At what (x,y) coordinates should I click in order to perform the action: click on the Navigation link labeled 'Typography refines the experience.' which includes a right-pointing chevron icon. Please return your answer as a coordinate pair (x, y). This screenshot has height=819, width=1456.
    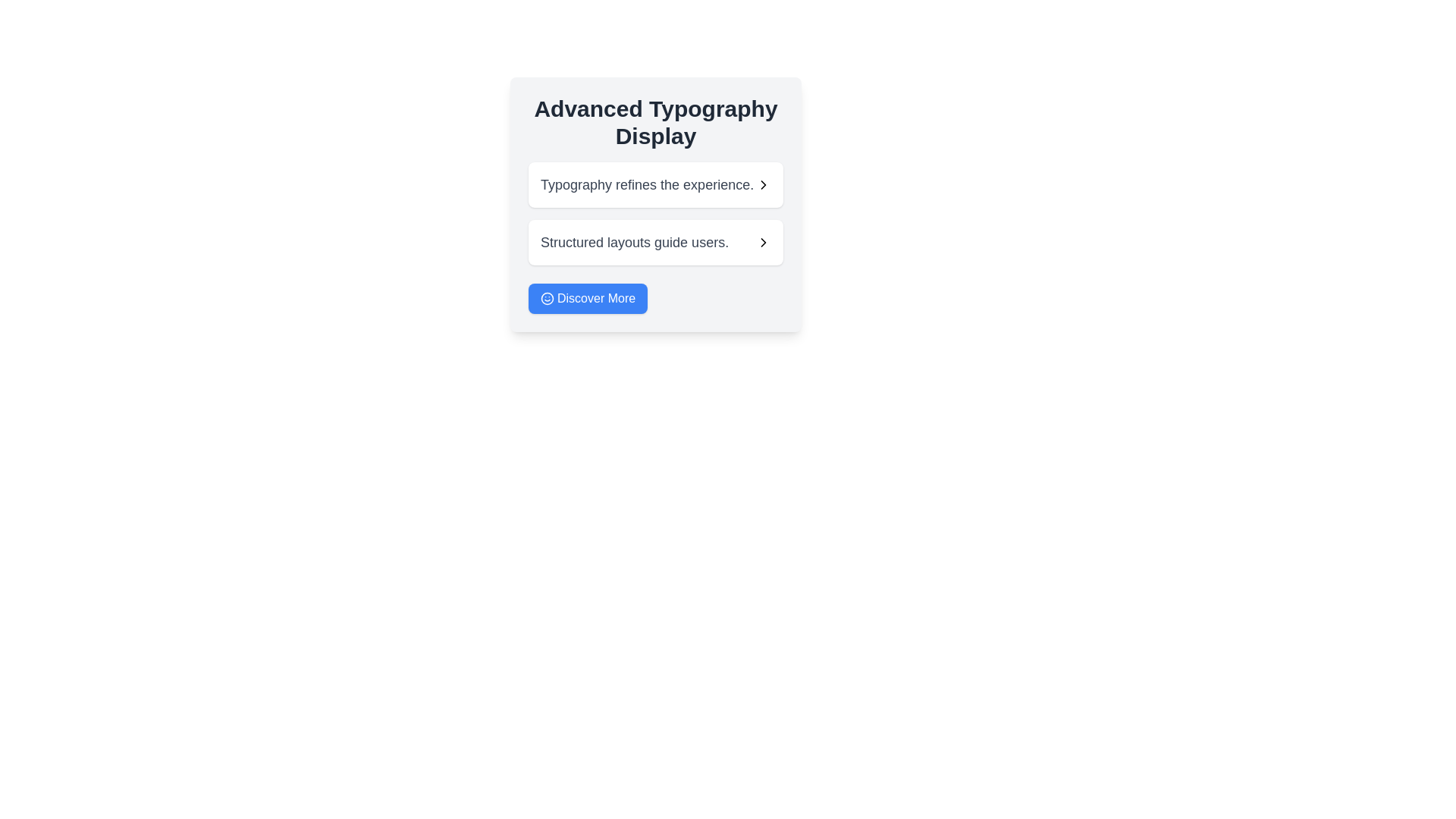
    Looking at the image, I should click on (655, 184).